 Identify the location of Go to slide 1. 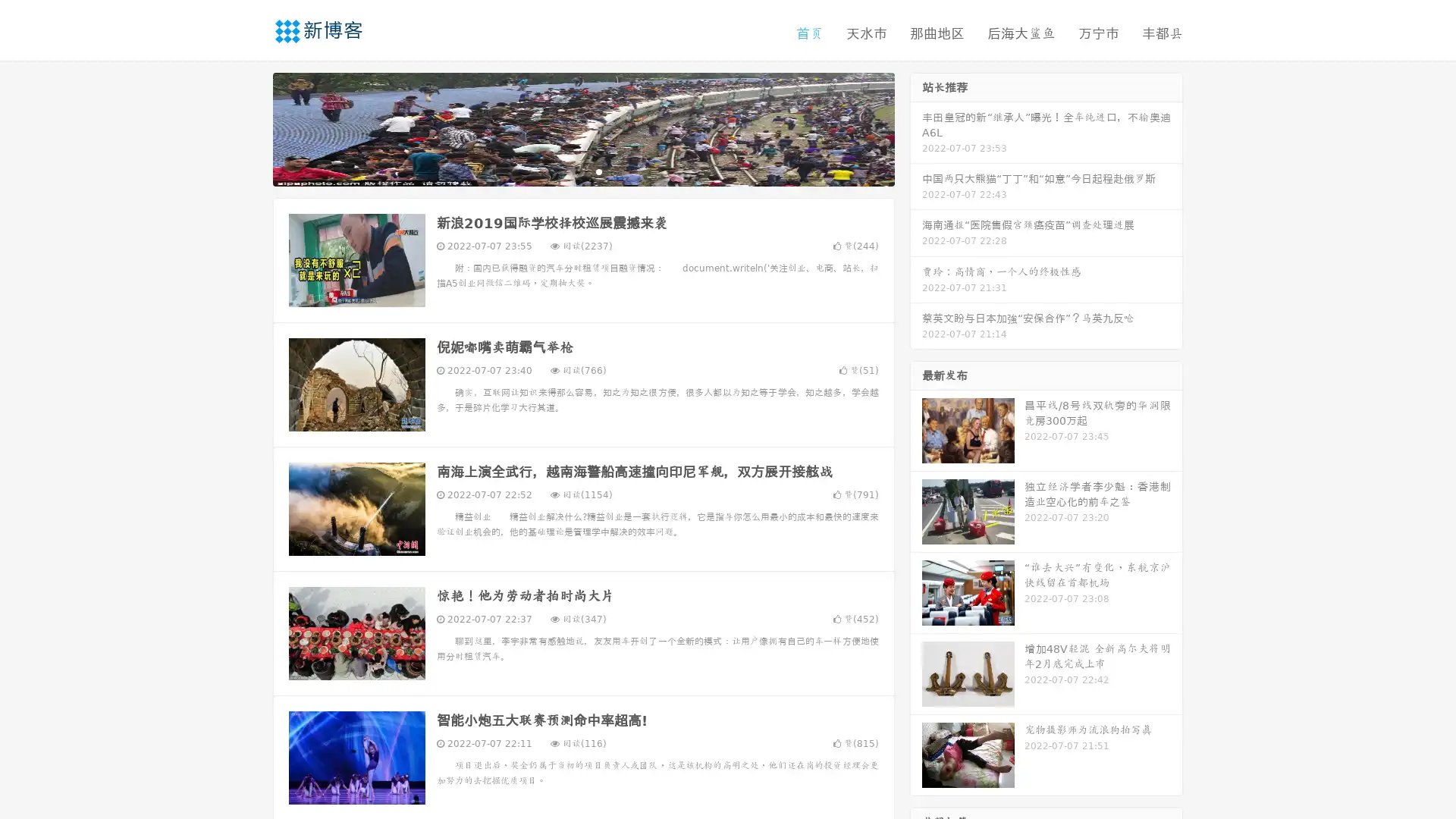
(567, 171).